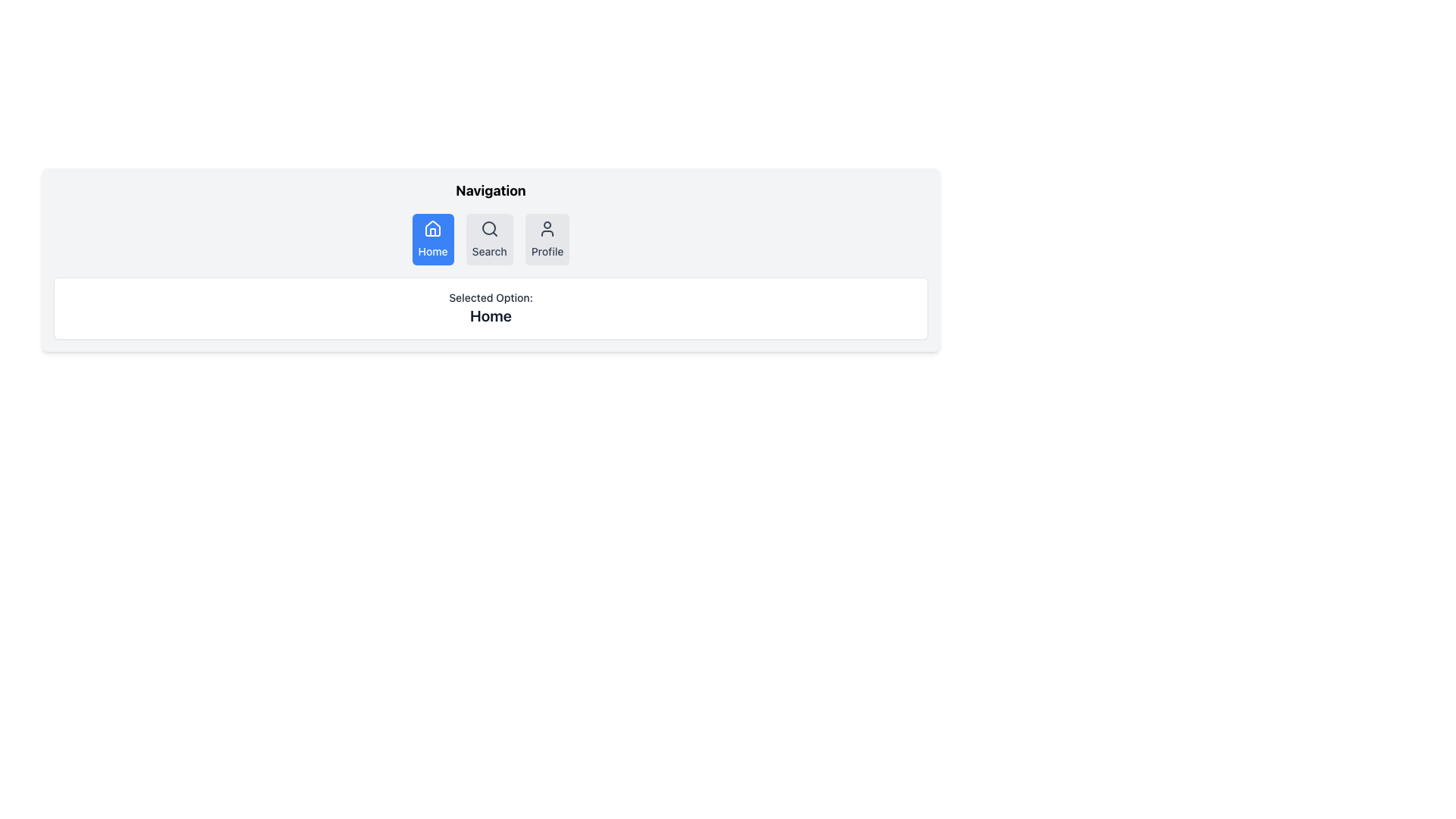  What do you see at coordinates (489, 250) in the screenshot?
I see `the static text label for the 'Search' button, located at the lower portion of the button in the navigation bar, which is the second button in a row of three, between the 'Home' and 'Profile' buttons` at bounding box center [489, 250].